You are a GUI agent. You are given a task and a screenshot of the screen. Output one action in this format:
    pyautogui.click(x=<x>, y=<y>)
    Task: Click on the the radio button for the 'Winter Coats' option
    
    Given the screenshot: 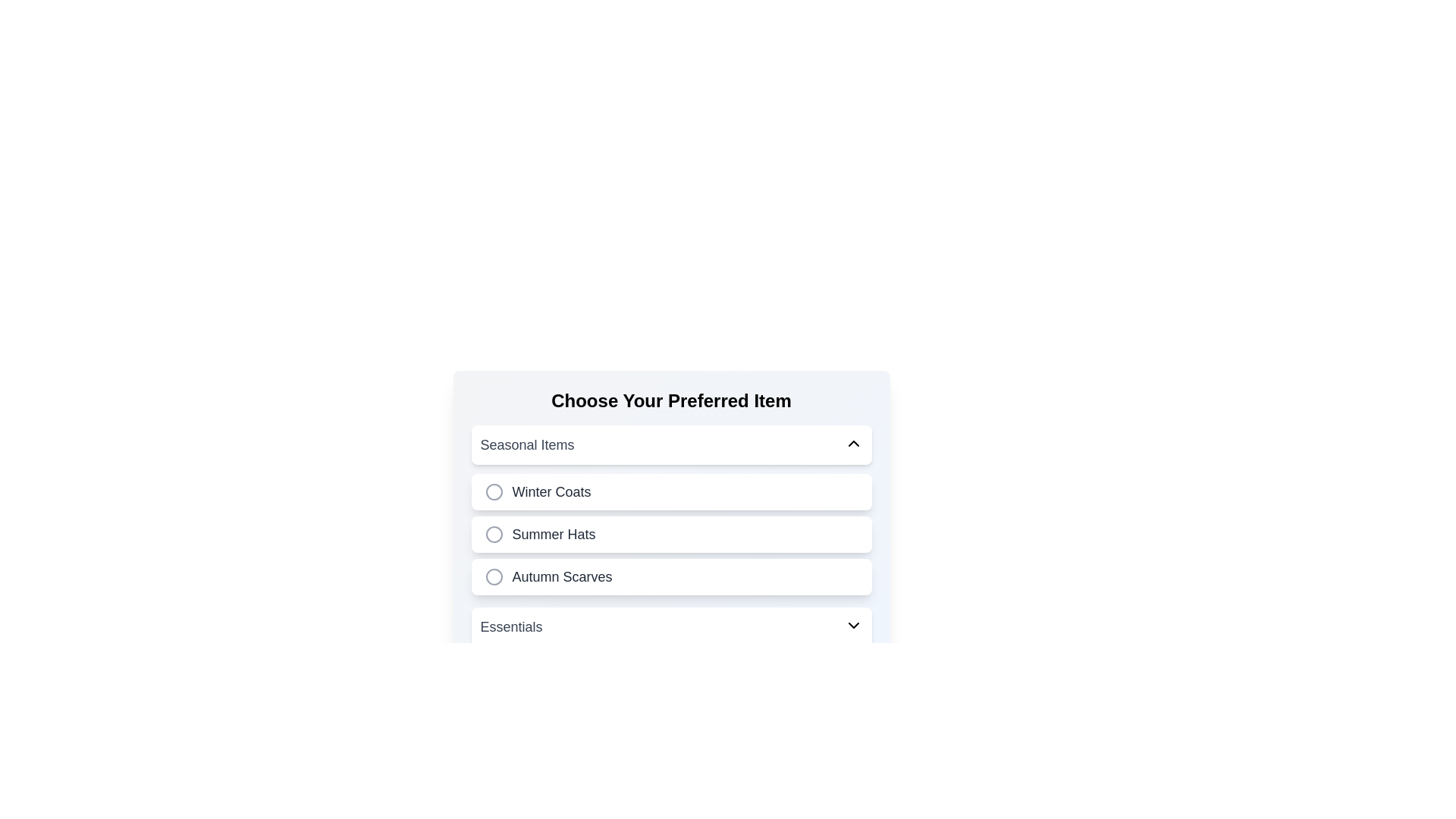 What is the action you would take?
    pyautogui.click(x=494, y=491)
    